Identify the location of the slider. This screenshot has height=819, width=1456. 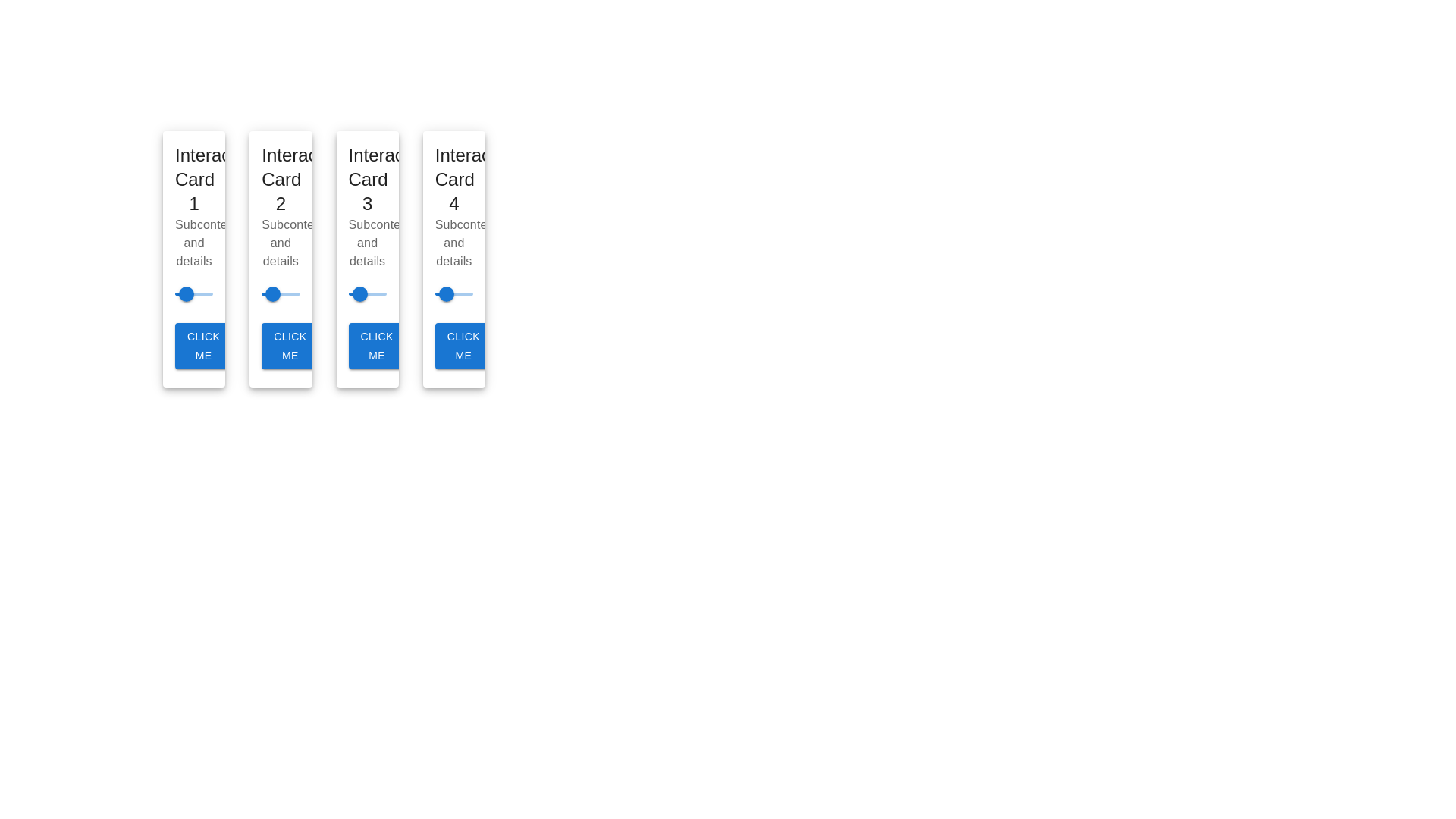
(287, 294).